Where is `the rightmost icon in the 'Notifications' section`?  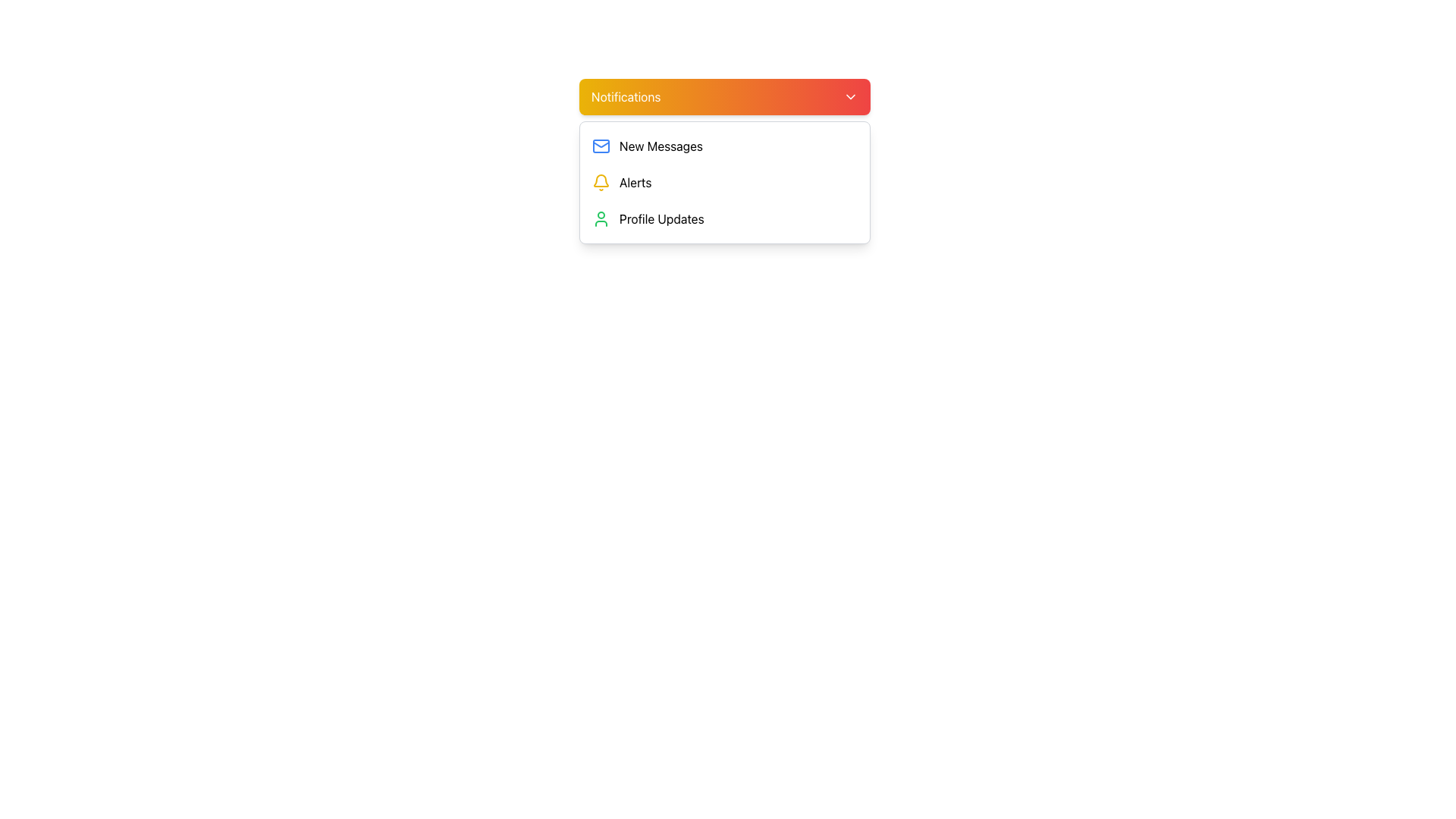
the rightmost icon in the 'Notifications' section is located at coordinates (851, 96).